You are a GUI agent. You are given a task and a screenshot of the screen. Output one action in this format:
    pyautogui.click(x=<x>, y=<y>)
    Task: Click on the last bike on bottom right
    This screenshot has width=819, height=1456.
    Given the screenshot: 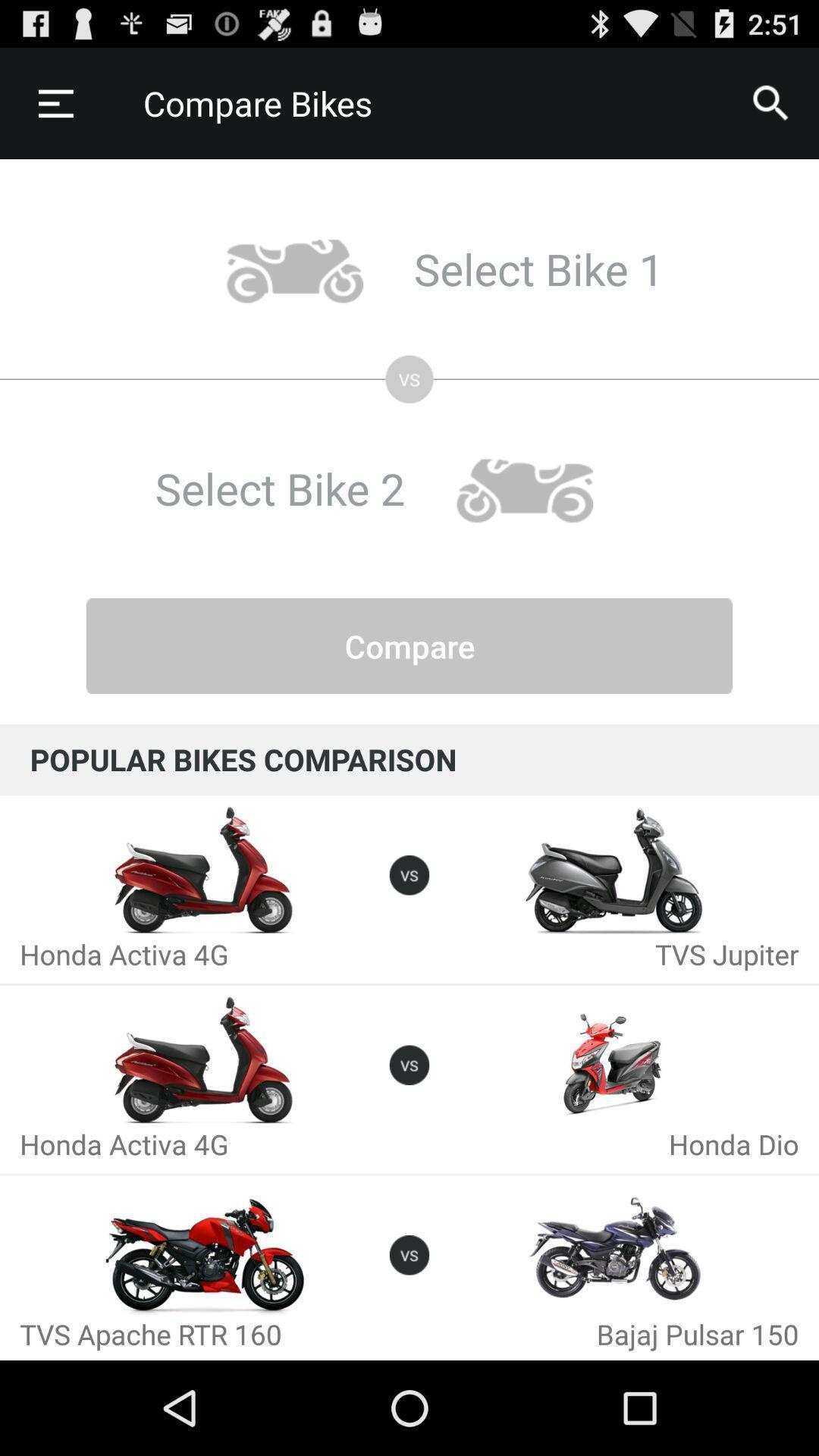 What is the action you would take?
    pyautogui.click(x=614, y=1250)
    